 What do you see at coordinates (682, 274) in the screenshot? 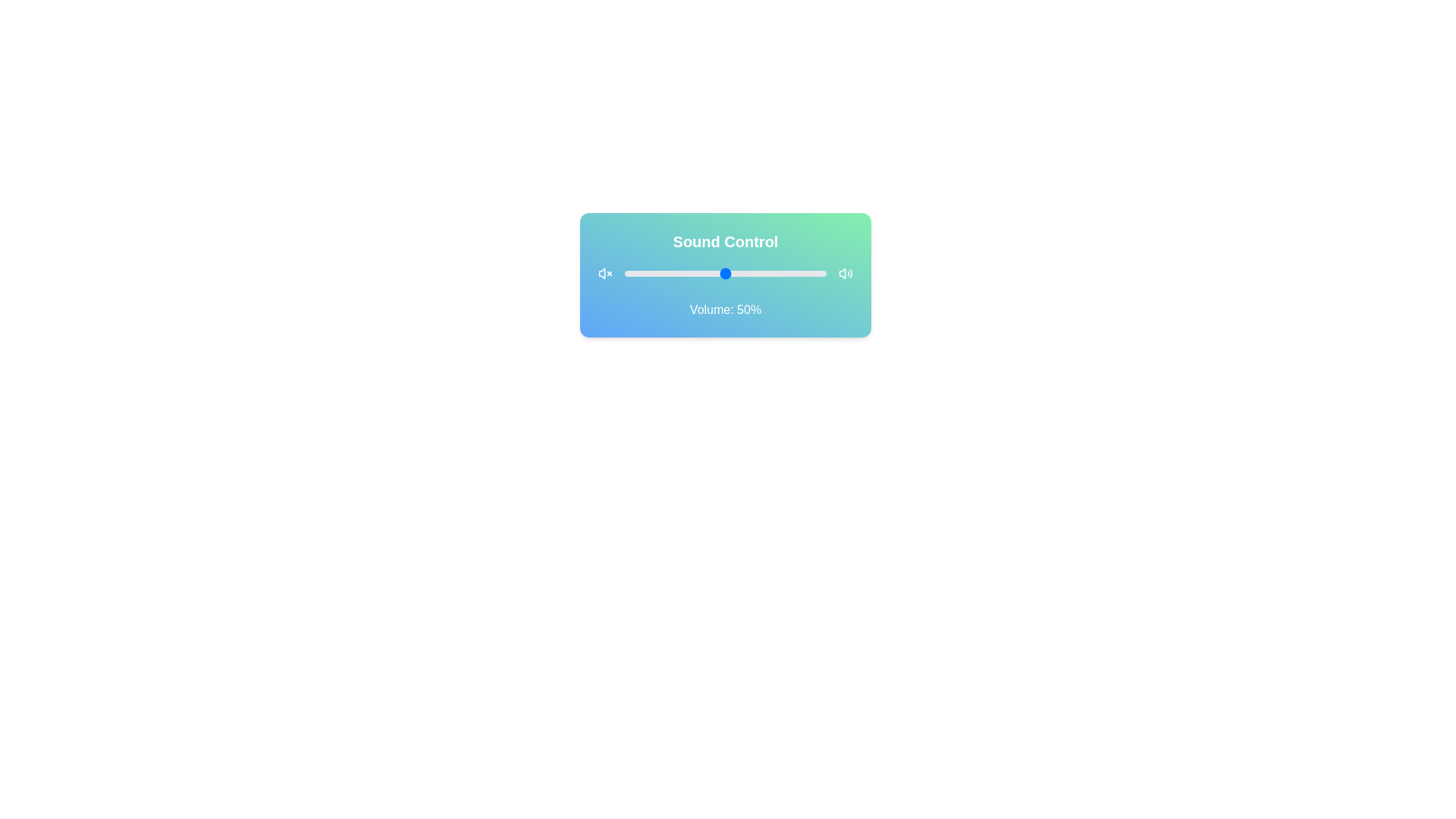
I see `the volume` at bounding box center [682, 274].